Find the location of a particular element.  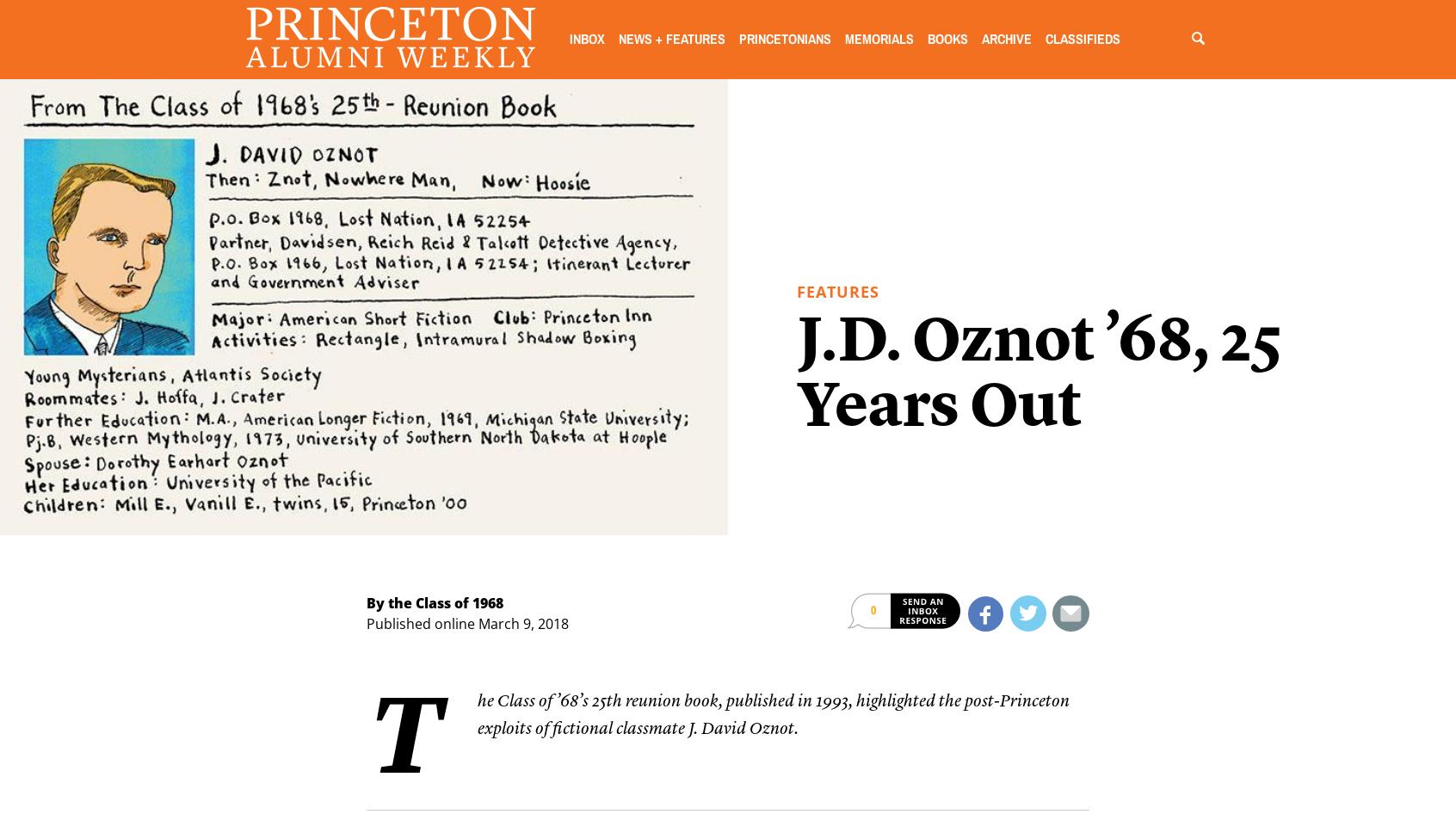

'Memorials' is located at coordinates (877, 39).